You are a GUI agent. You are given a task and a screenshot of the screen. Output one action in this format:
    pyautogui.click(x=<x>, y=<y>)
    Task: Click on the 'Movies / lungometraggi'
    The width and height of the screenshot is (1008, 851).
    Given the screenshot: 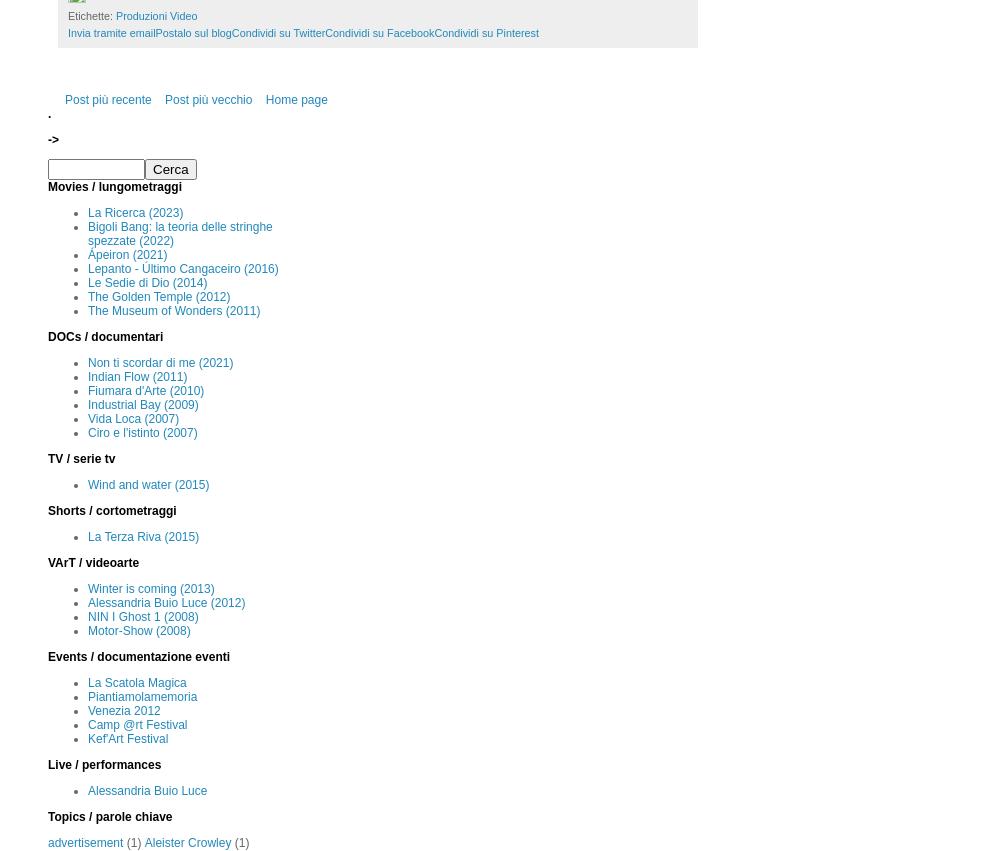 What is the action you would take?
    pyautogui.click(x=115, y=185)
    